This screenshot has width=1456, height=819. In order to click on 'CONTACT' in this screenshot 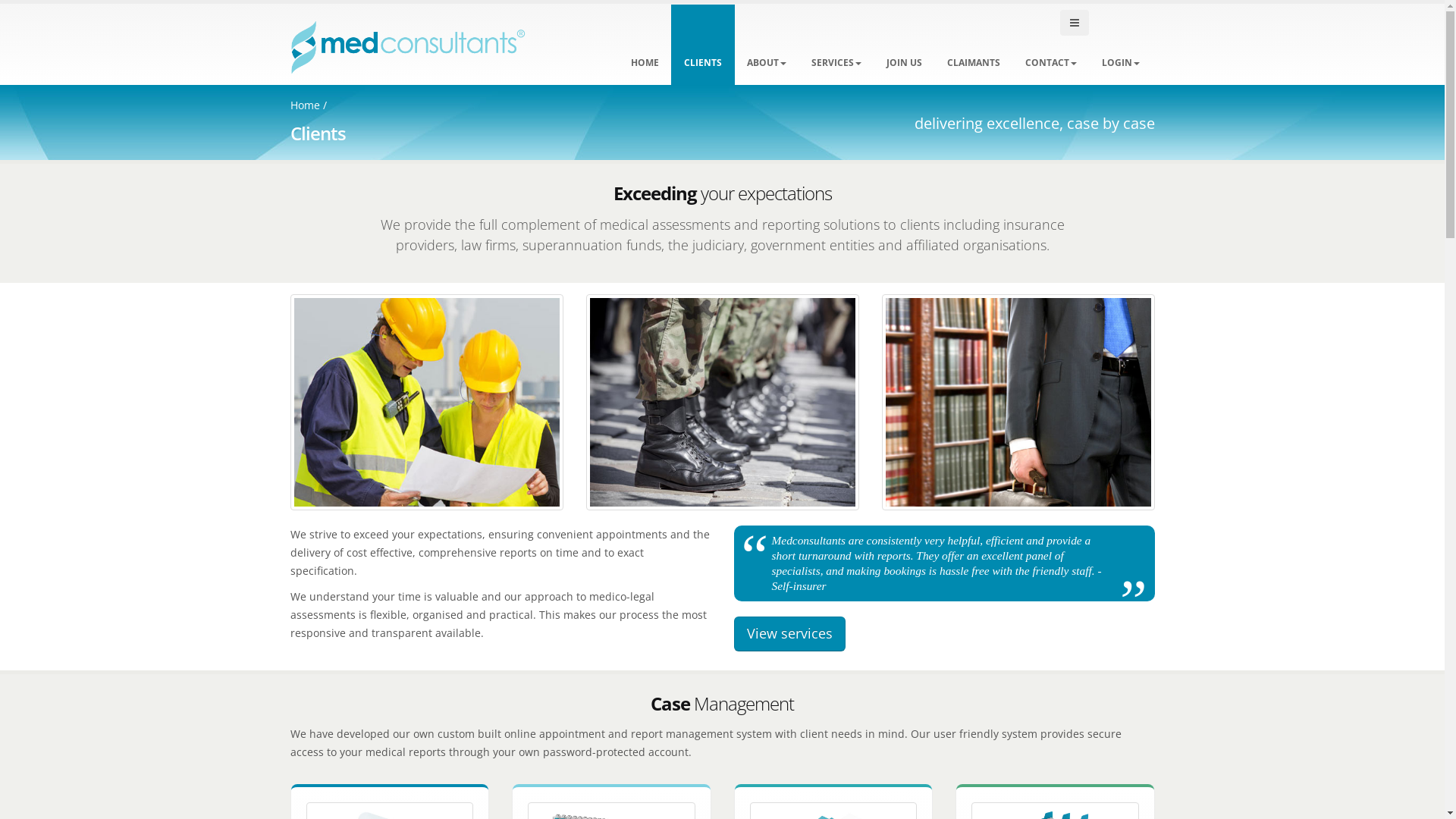, I will do `click(1050, 44)`.